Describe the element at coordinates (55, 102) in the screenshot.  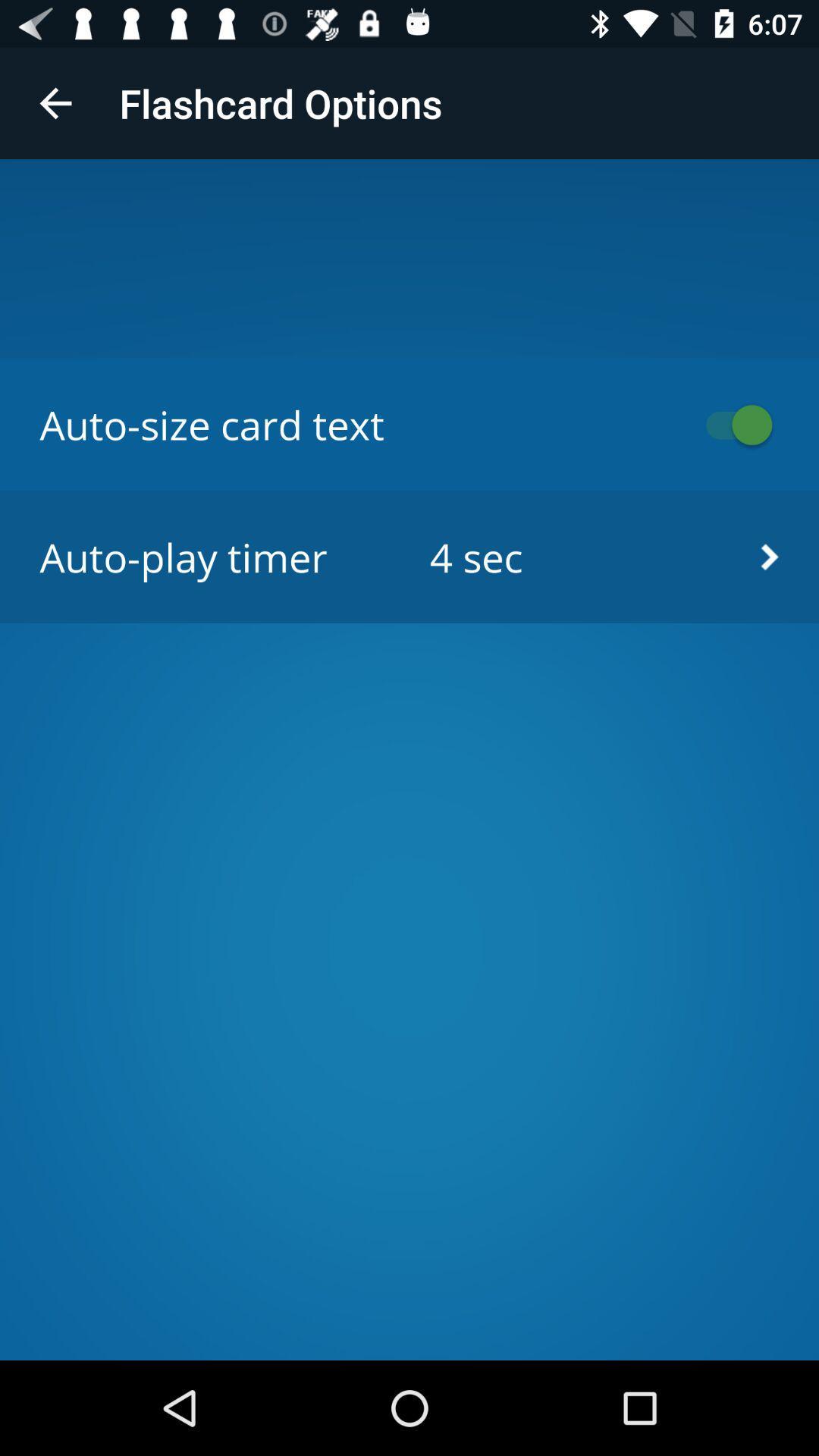
I see `the item at the top left corner` at that location.